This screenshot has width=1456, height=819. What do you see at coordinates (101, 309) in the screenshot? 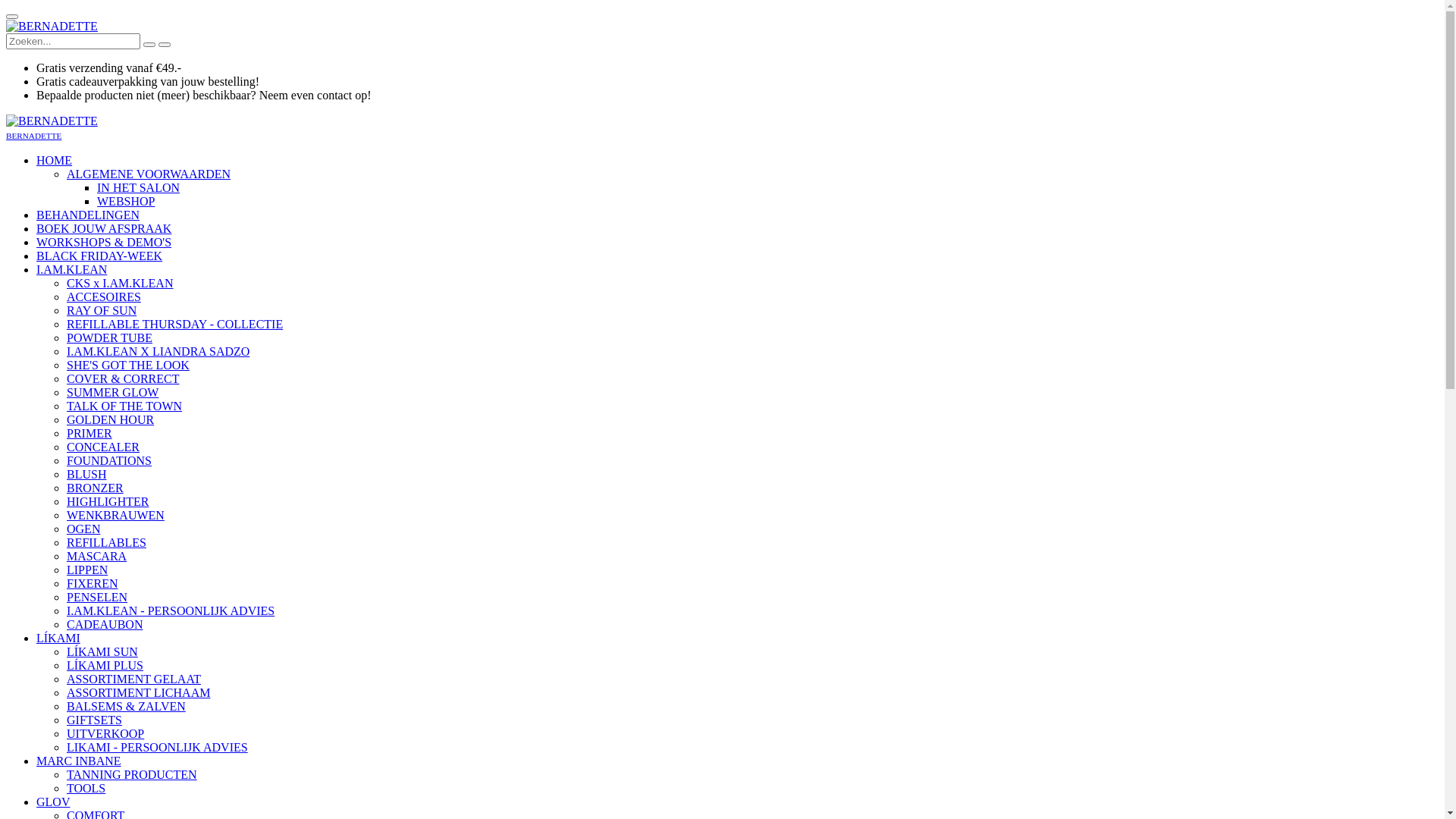
I see `'RAY OF SUN'` at bounding box center [101, 309].